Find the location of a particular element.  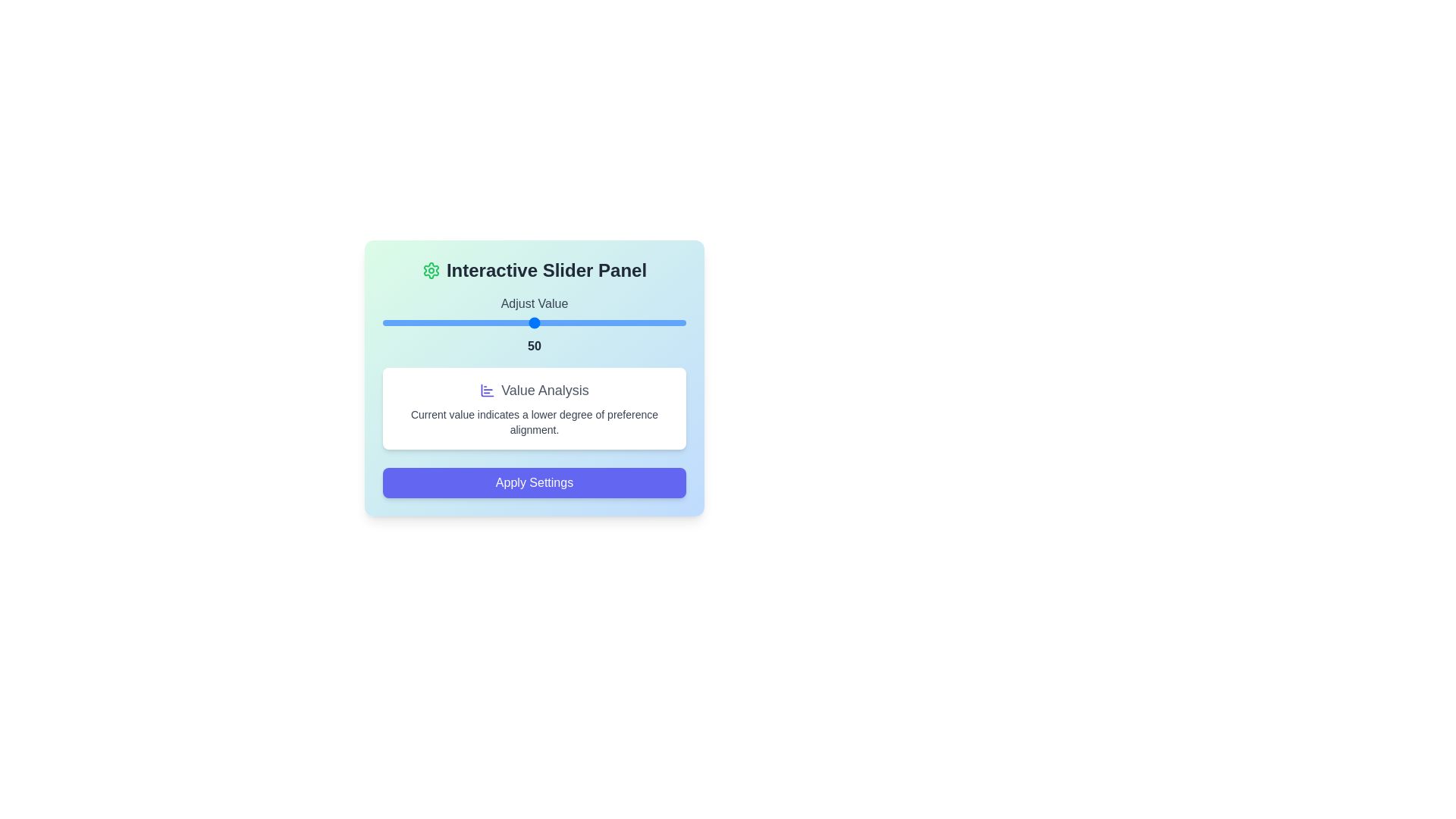

'Apply Settings' button to confirm the selection is located at coordinates (535, 482).